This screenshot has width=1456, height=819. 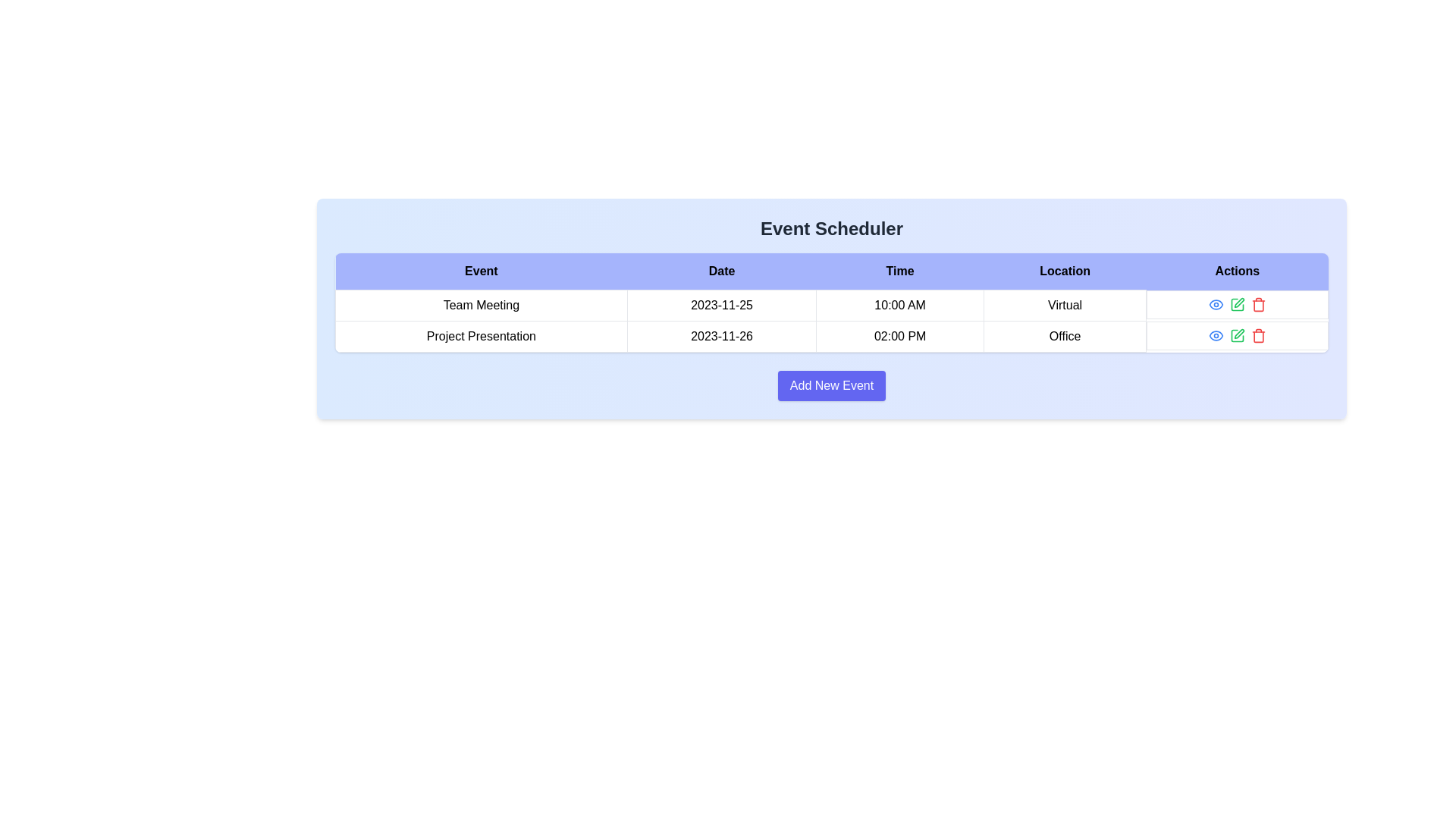 I want to click on the green edit icon within the 'Actions' column of the second row for the 'Project Presentation' event, so click(x=1239, y=332).